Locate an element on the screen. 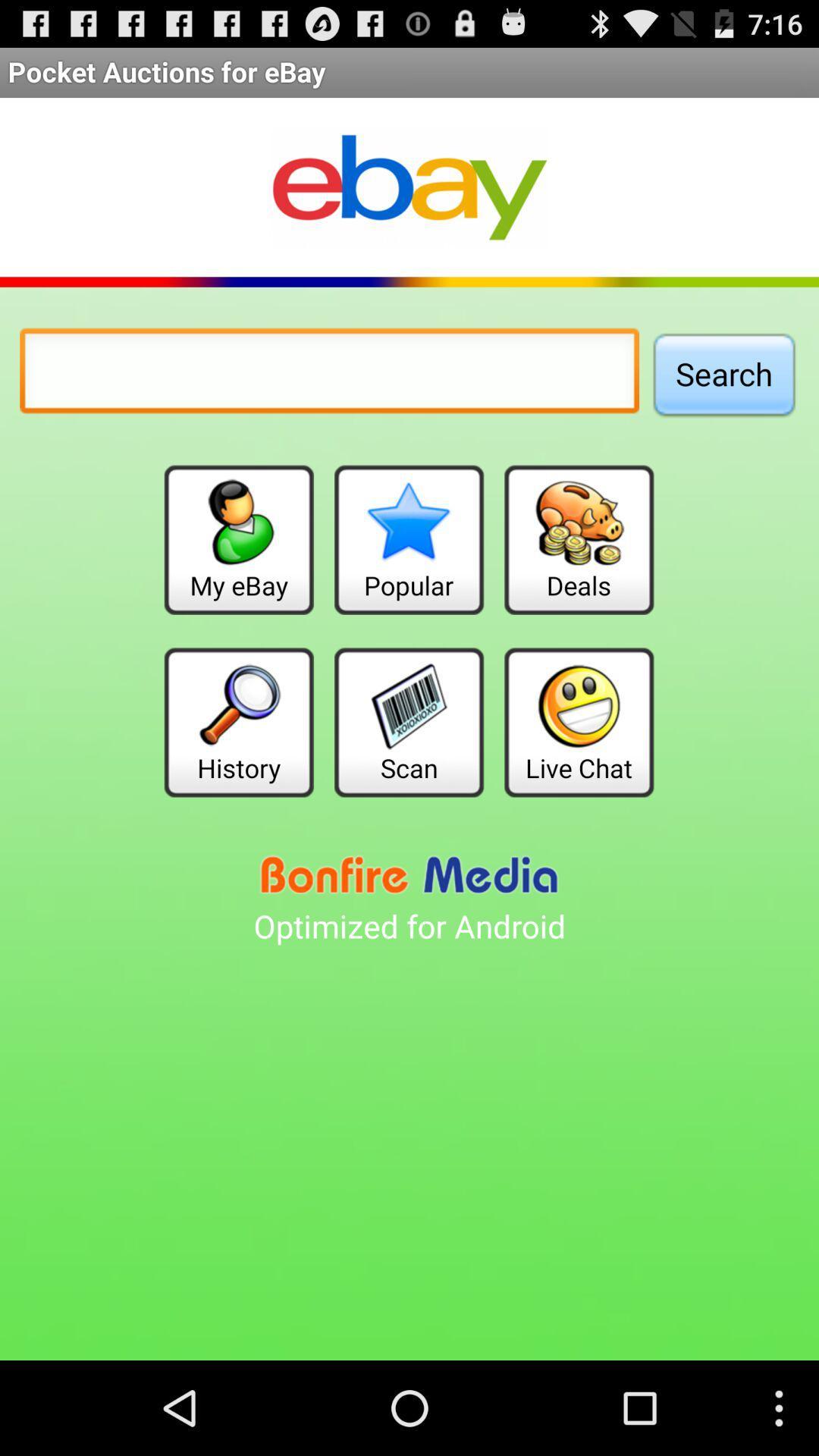  live chat icon is located at coordinates (579, 721).